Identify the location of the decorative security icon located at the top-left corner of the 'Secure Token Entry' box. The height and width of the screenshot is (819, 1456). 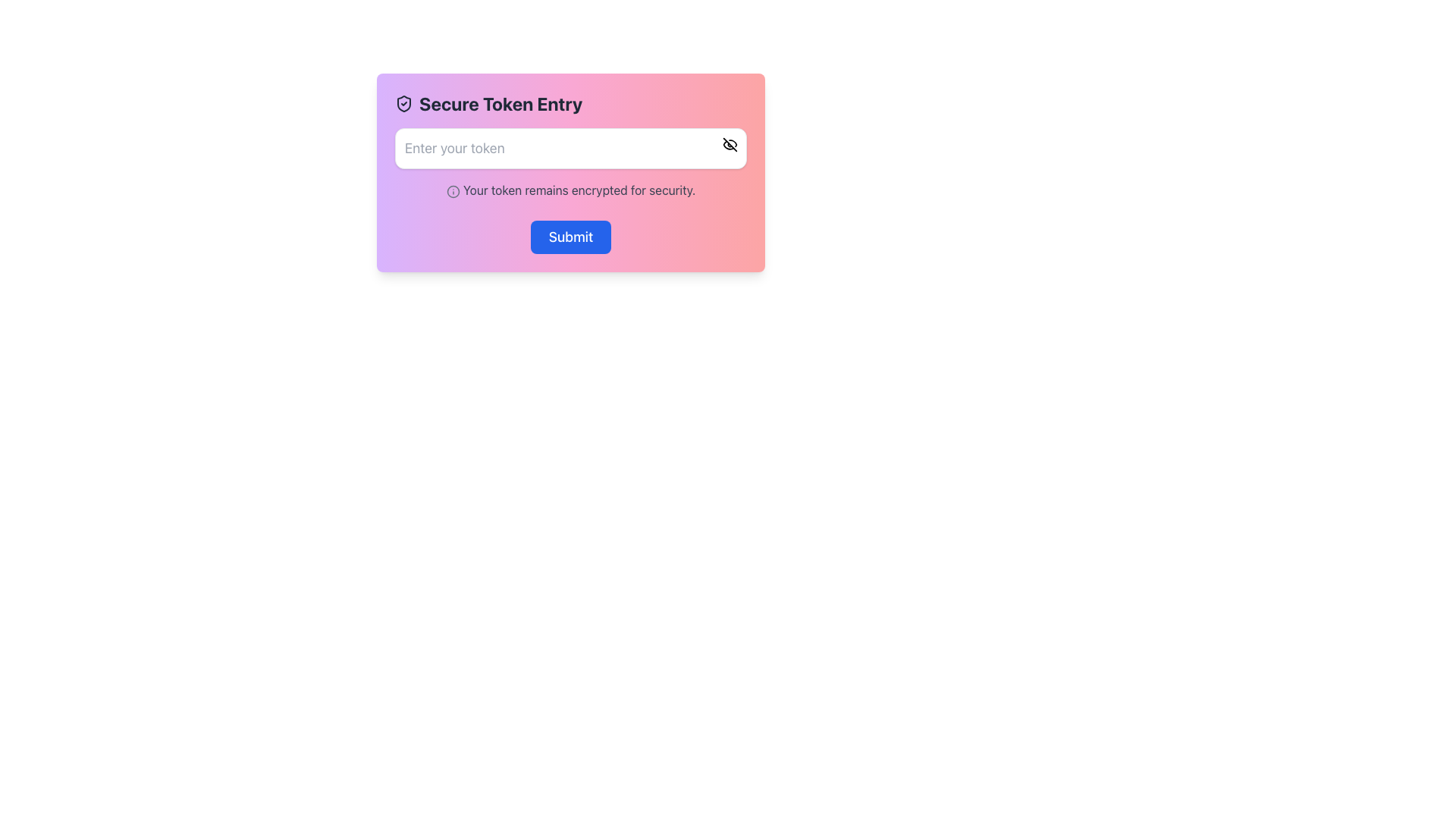
(403, 103).